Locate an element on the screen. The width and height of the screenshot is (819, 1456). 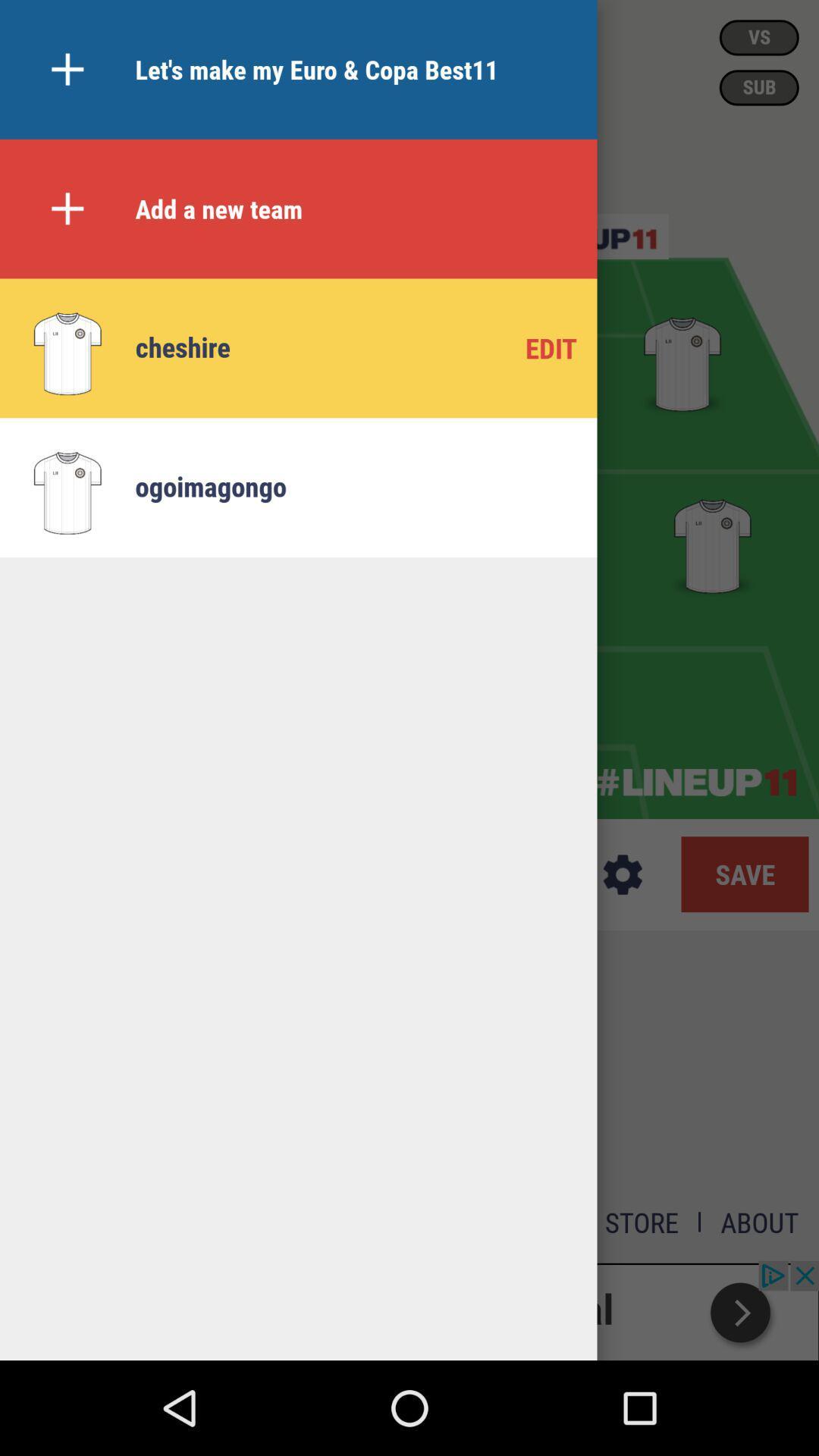
the text which is above the save is located at coordinates (696, 783).